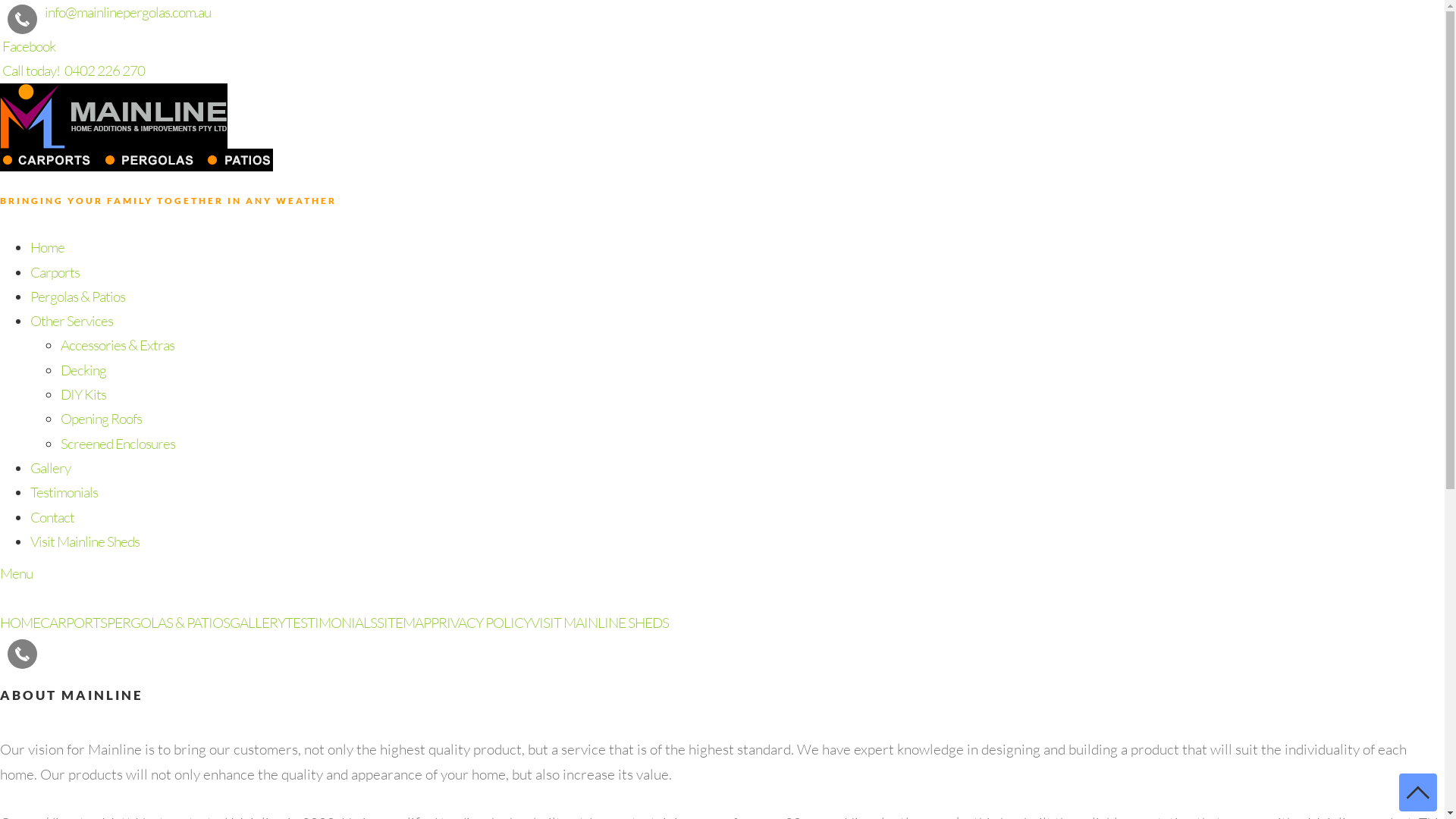  What do you see at coordinates (48, 646) in the screenshot?
I see `' '` at bounding box center [48, 646].